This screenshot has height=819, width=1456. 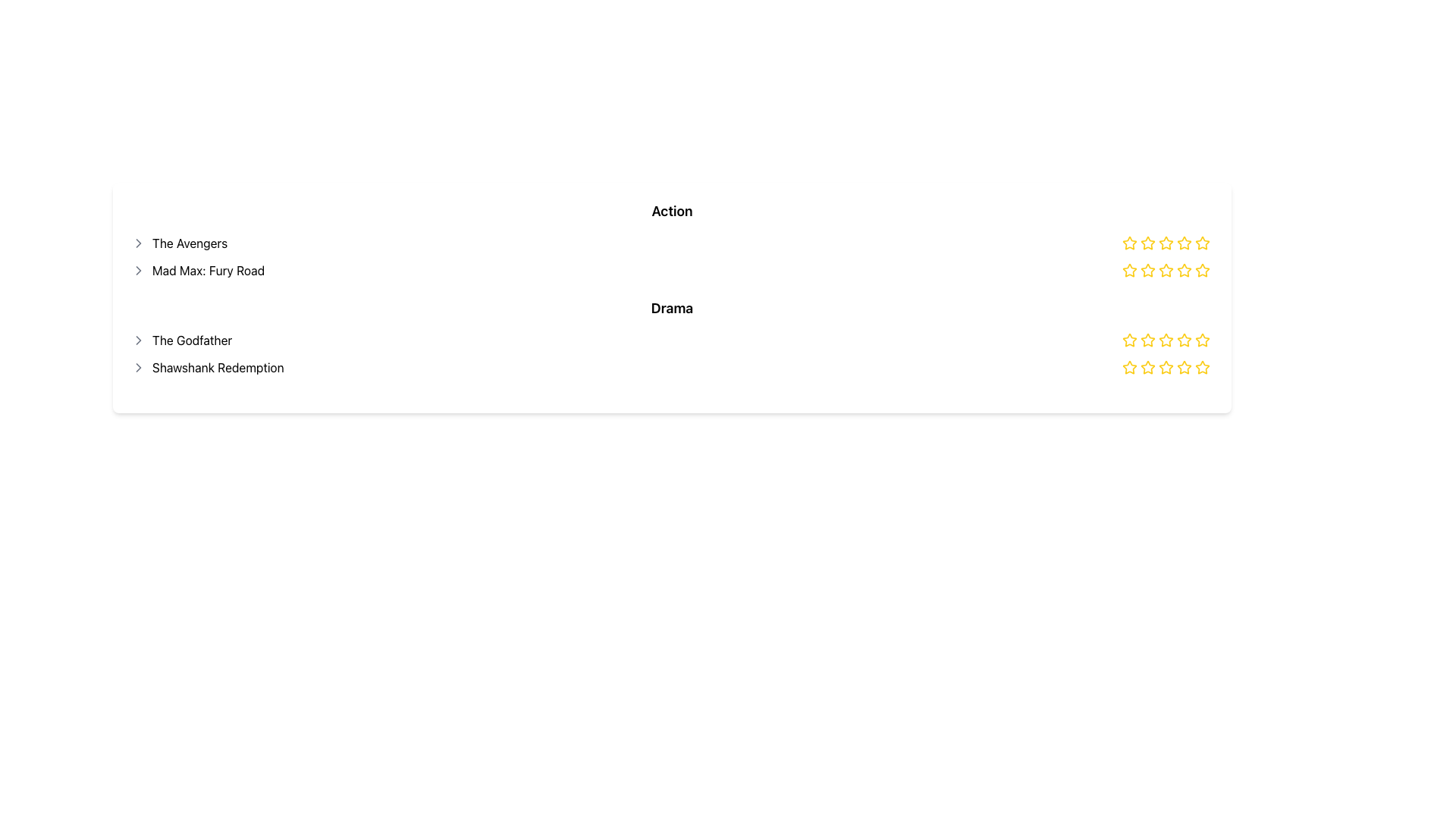 What do you see at coordinates (1165, 242) in the screenshot?
I see `the fourth star-shaped icon with a yellow outline in the rating system for 'Mad Max: Fury Road'` at bounding box center [1165, 242].